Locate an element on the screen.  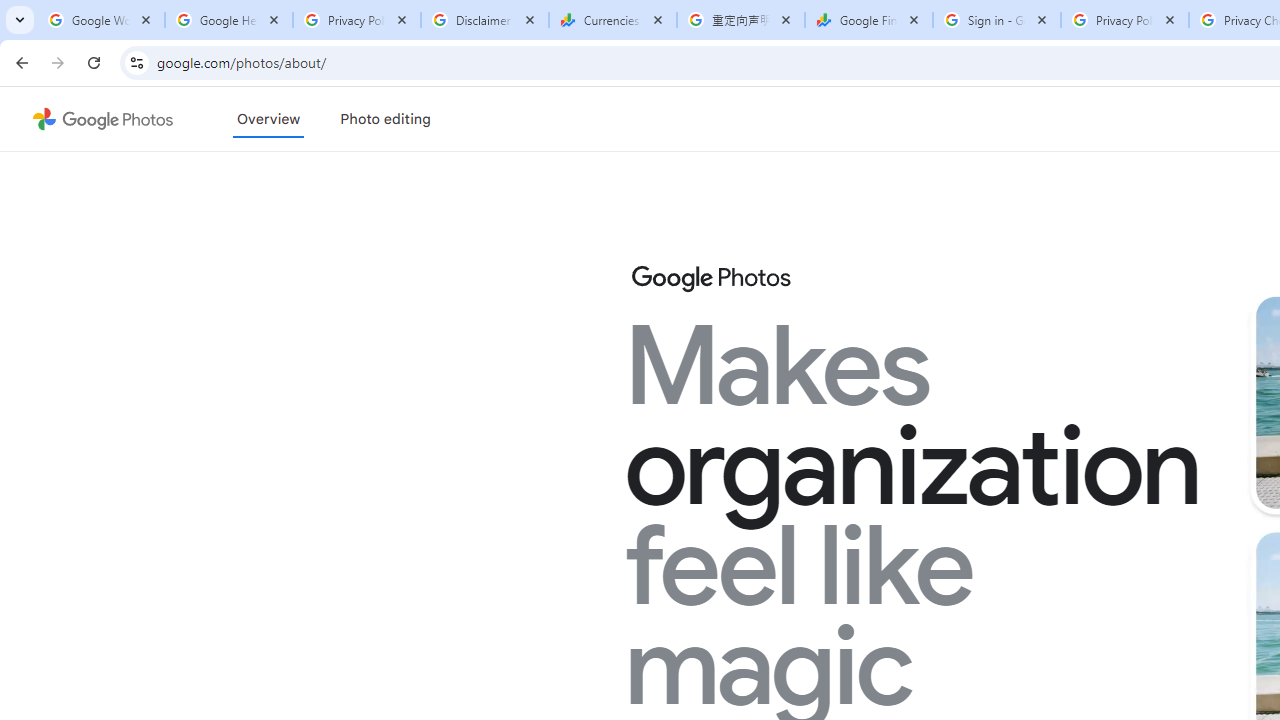
'Visit the Overview page' is located at coordinates (267, 119).